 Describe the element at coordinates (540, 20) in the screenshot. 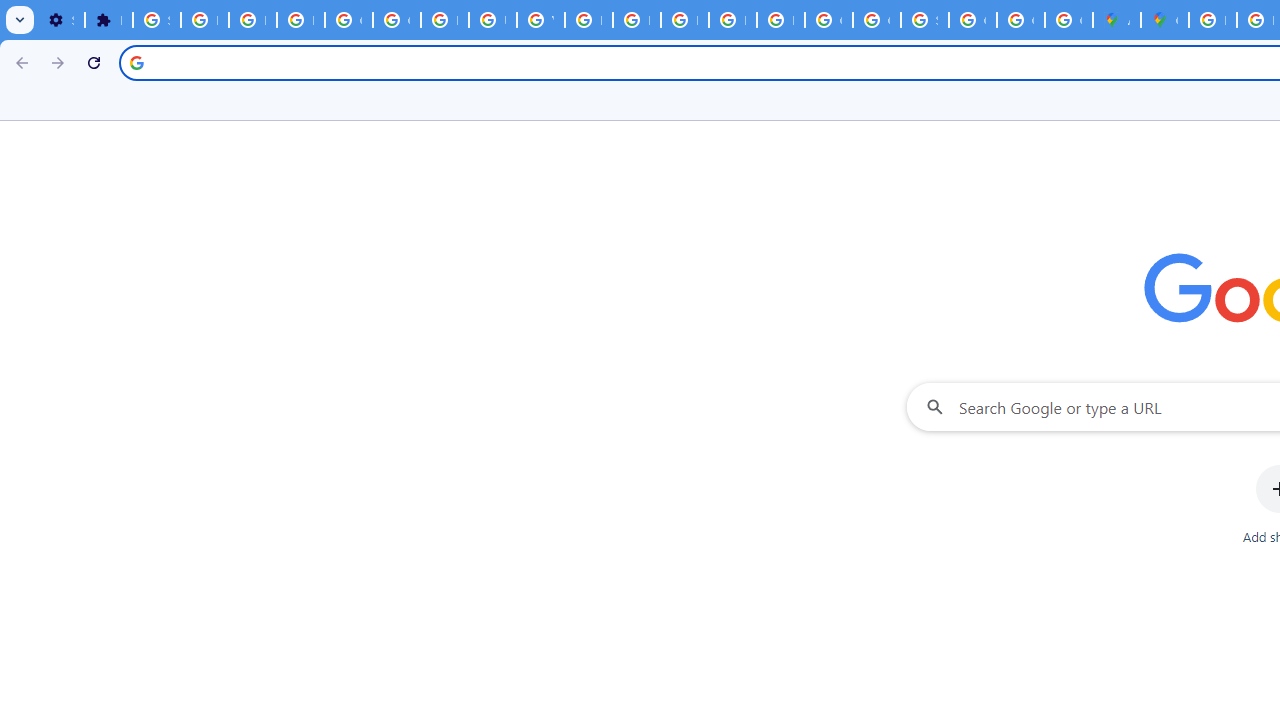

I see `'YouTube'` at that location.